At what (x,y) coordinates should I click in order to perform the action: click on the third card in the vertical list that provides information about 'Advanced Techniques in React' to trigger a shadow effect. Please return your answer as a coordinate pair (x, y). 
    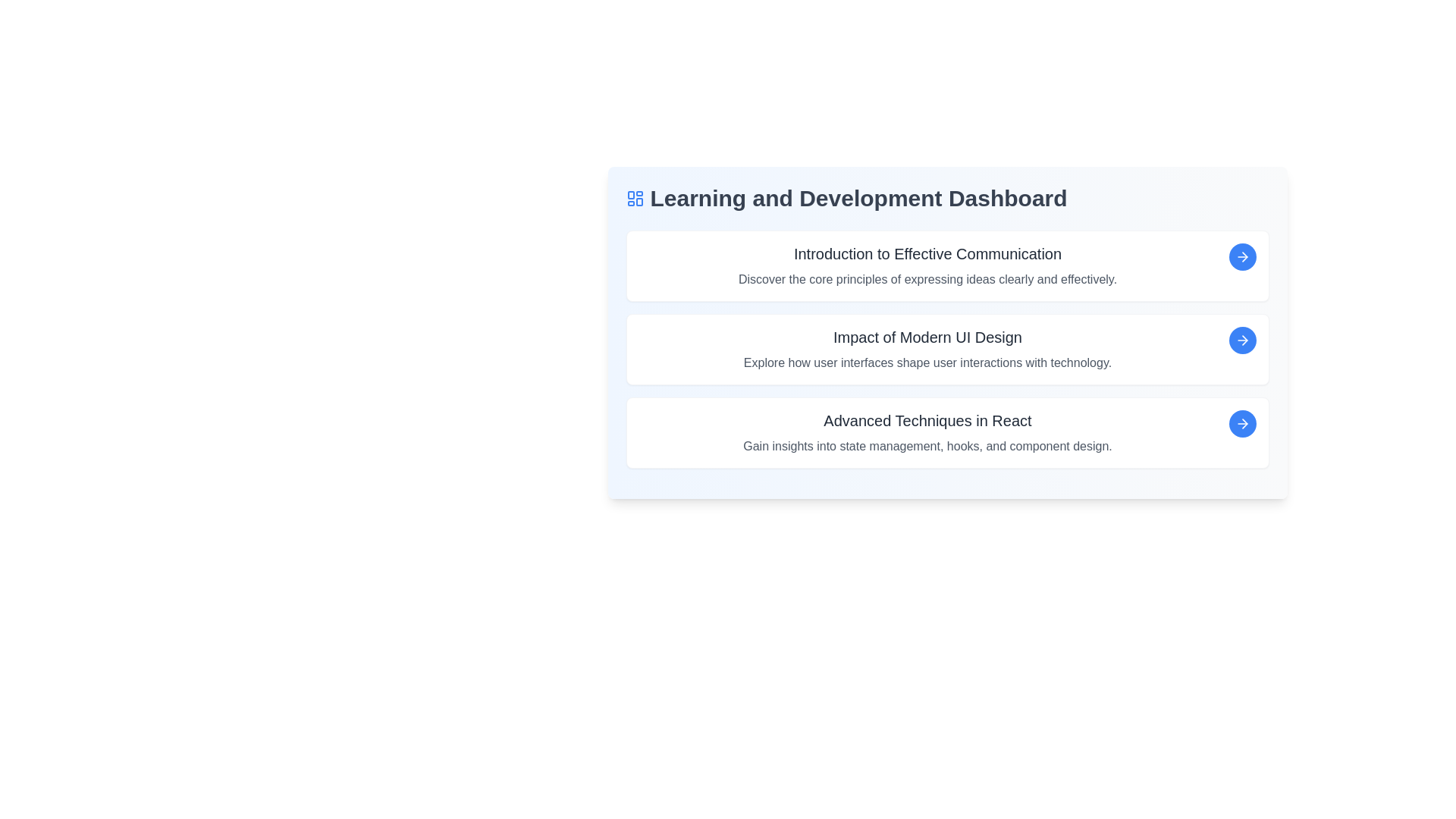
    Looking at the image, I should click on (946, 432).